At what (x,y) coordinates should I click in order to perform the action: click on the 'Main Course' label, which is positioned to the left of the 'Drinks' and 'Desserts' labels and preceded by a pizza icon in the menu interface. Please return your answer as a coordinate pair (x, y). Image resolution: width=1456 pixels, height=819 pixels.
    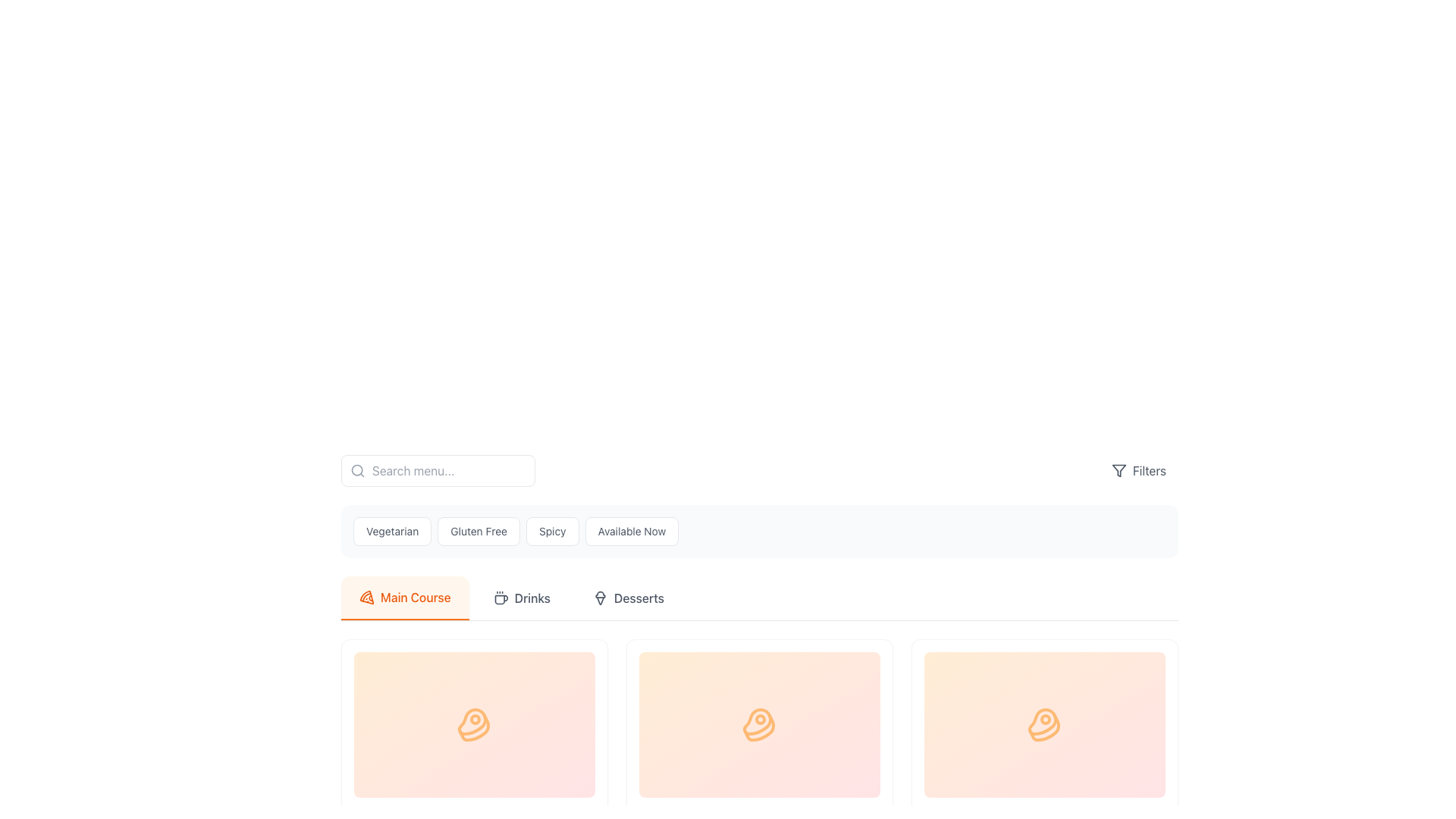
    Looking at the image, I should click on (416, 596).